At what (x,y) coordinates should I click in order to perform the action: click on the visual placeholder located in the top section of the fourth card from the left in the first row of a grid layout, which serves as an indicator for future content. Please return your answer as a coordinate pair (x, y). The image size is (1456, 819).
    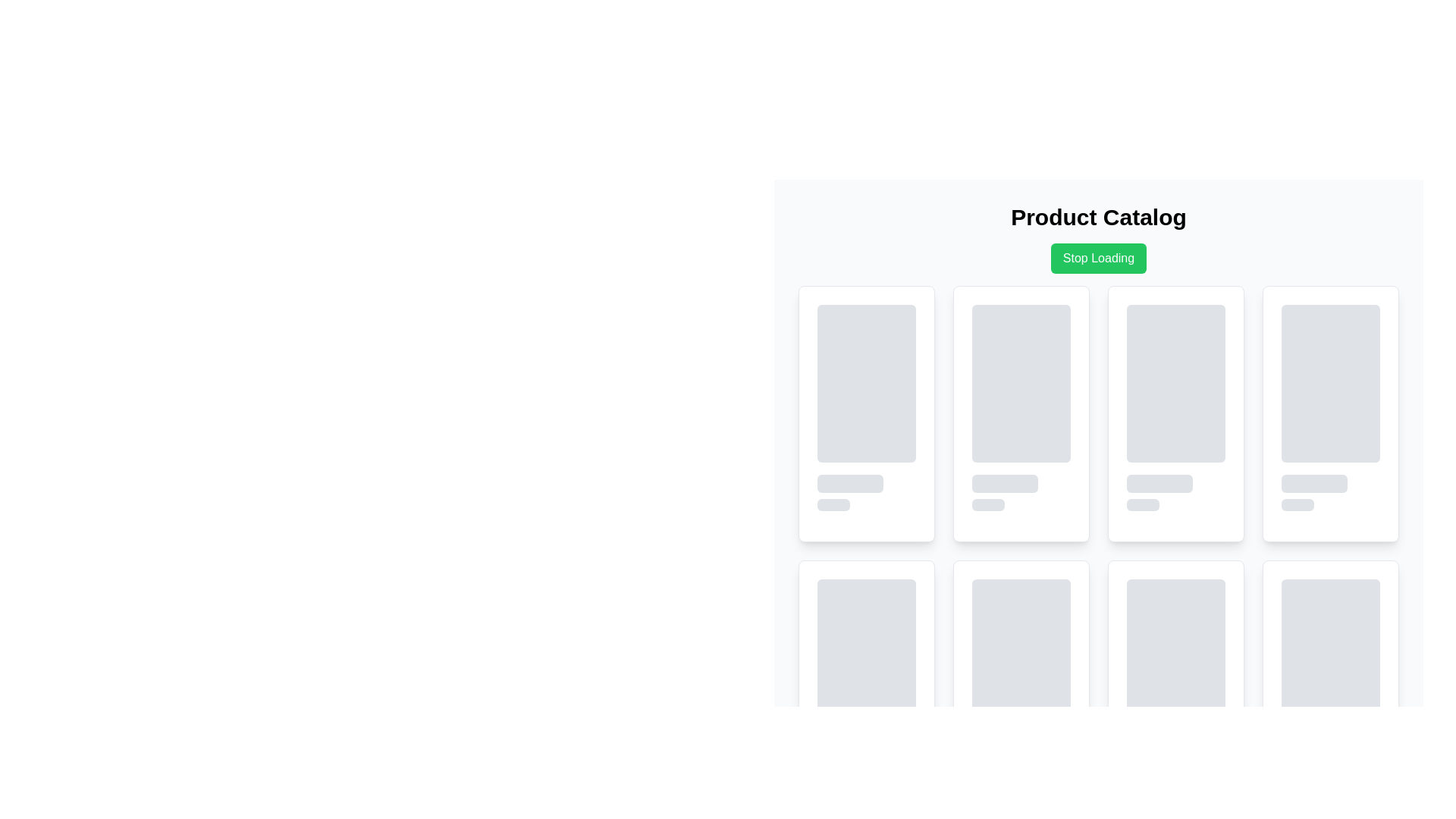
    Looking at the image, I should click on (1330, 382).